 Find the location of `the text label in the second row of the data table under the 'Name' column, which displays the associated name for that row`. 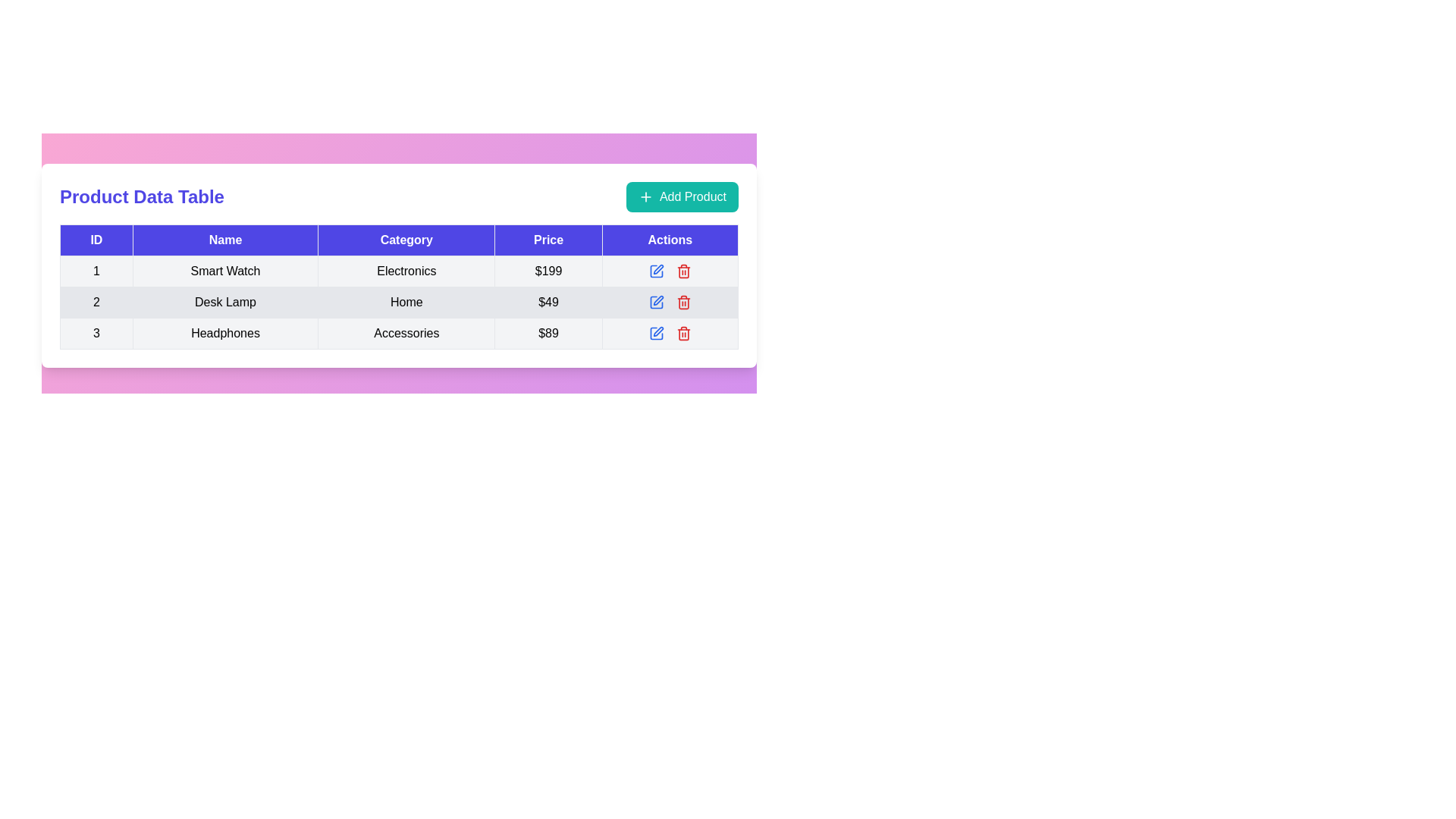

the text label in the second row of the data table under the 'Name' column, which displays the associated name for that row is located at coordinates (224, 302).